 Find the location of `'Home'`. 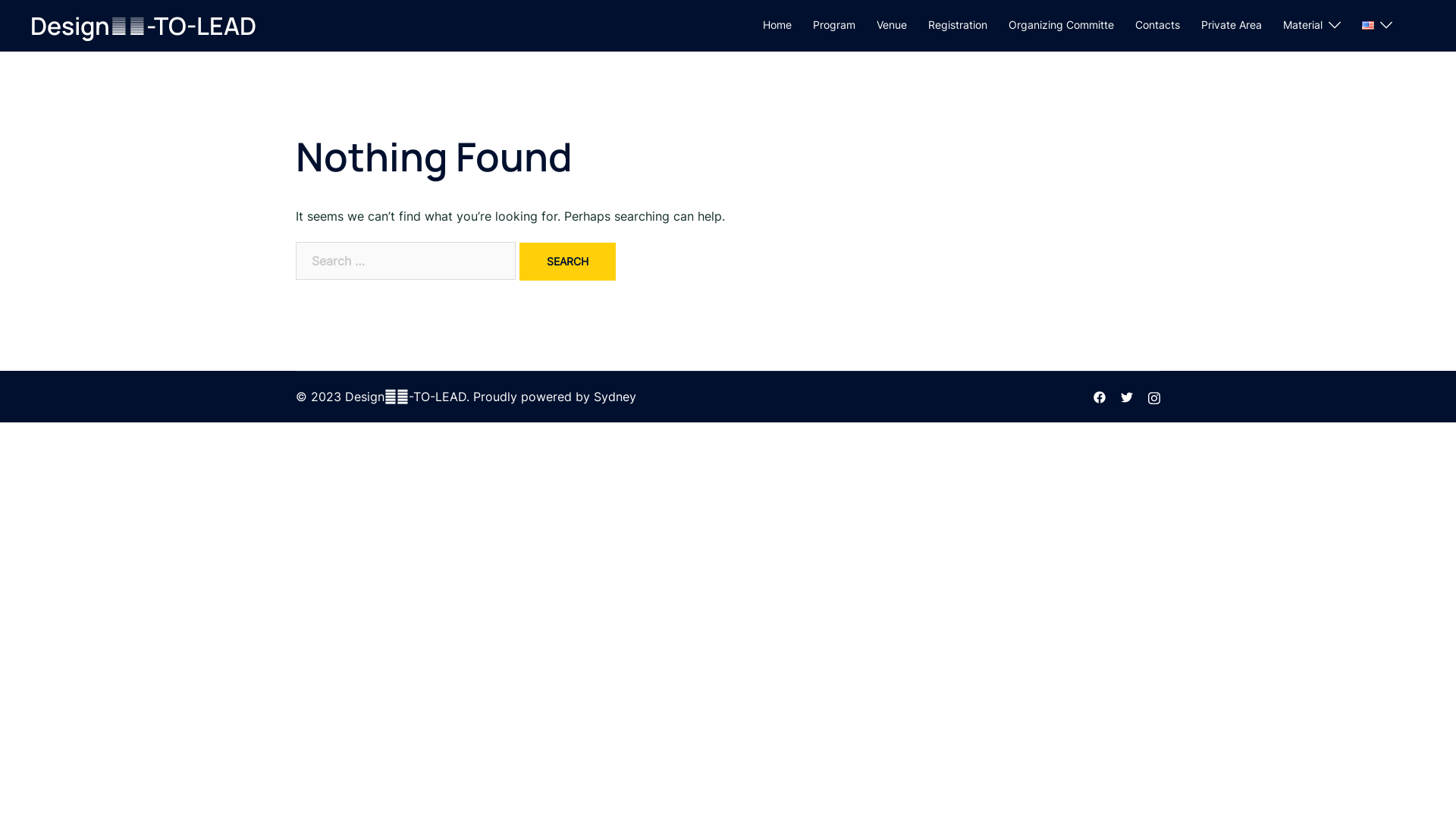

'Home' is located at coordinates (777, 25).